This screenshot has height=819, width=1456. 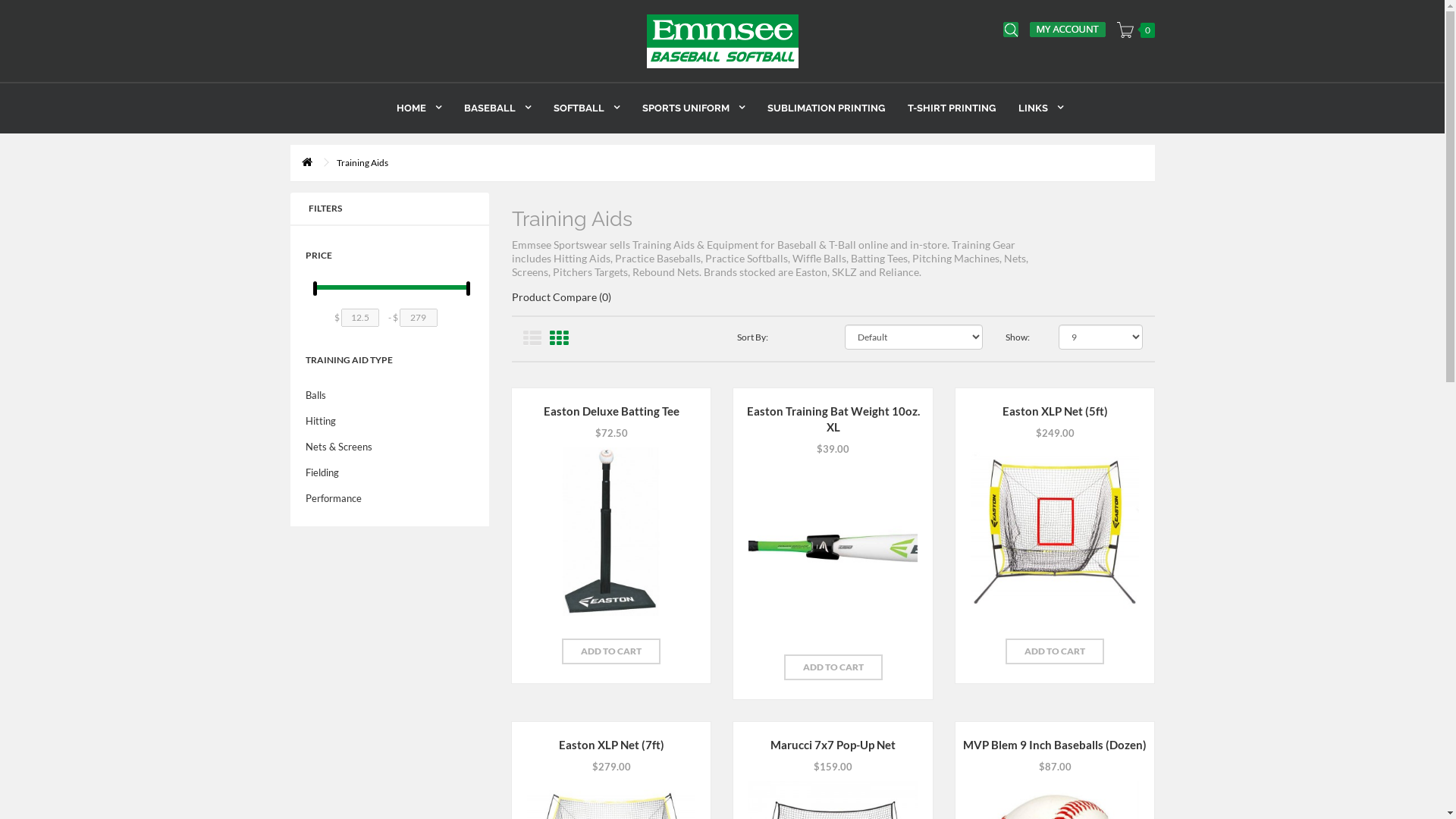 I want to click on 'Marucci 7x7 Pop-Up Net', so click(x=832, y=744).